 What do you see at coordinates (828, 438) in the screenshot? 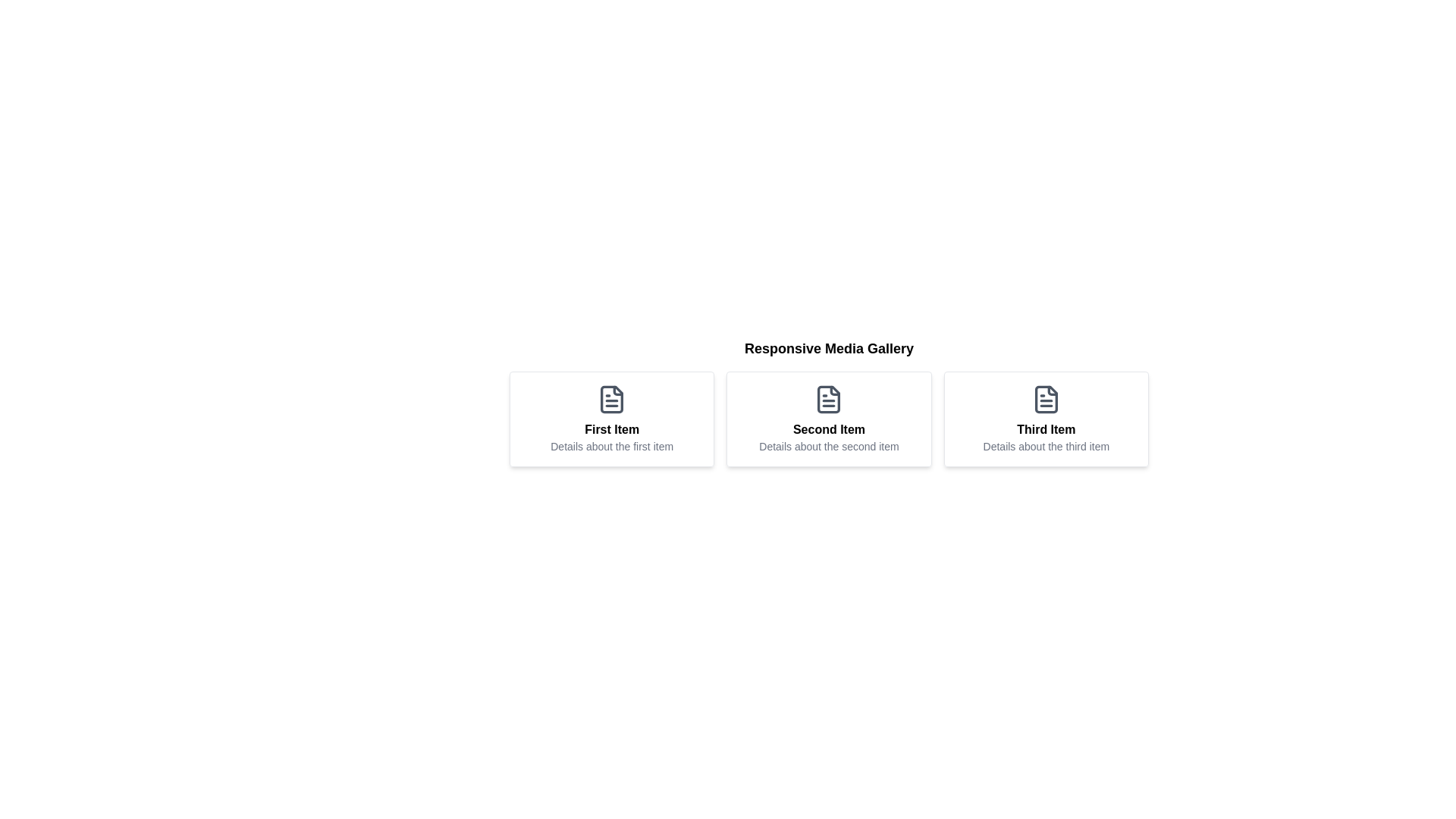
I see `text of the Informational Label element that displays 'Second Item' and 'Details about the second item.'` at bounding box center [828, 438].